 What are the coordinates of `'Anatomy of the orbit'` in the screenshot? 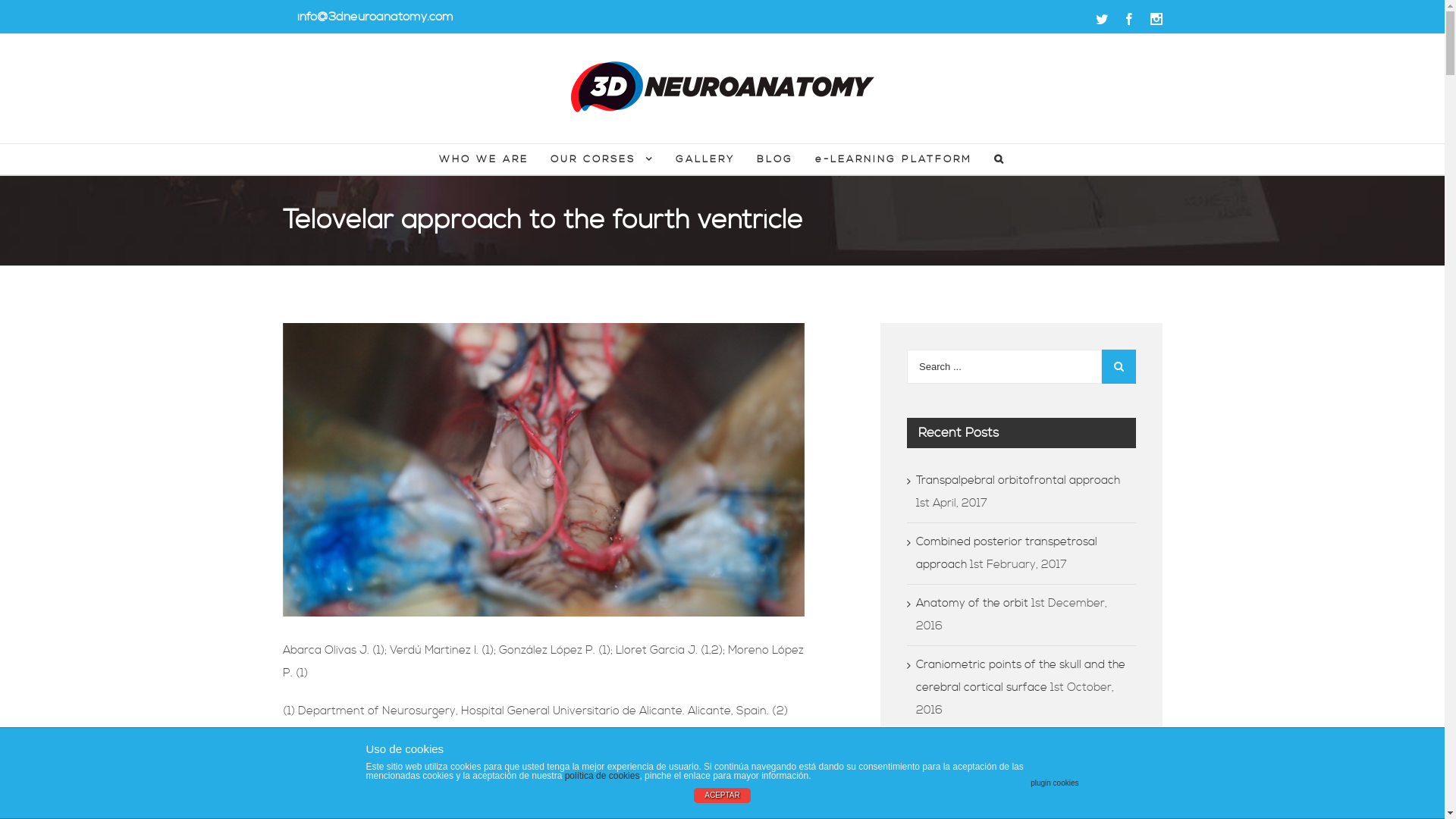 It's located at (971, 602).